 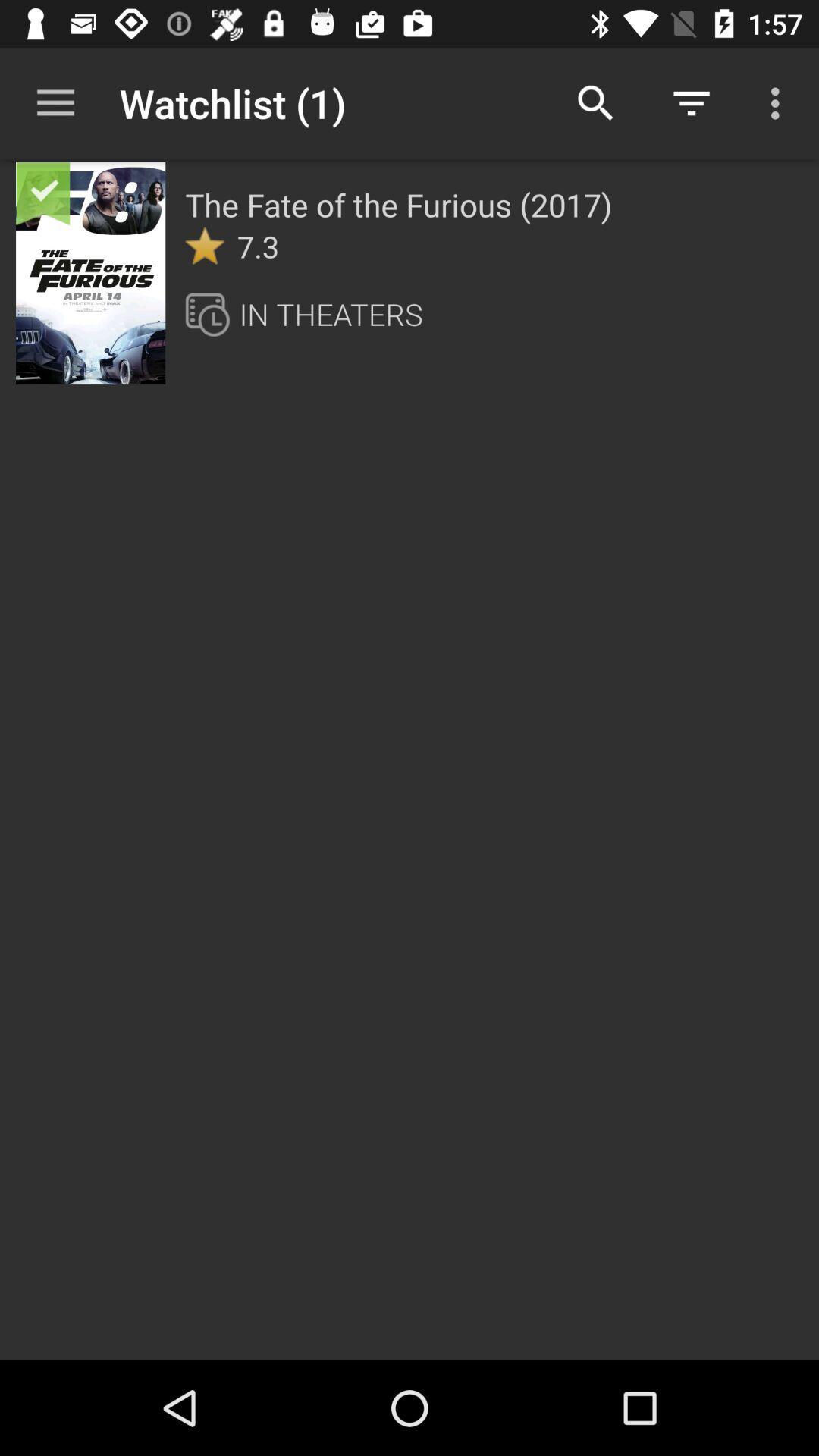 What do you see at coordinates (595, 102) in the screenshot?
I see `item next to watchlist (1) icon` at bounding box center [595, 102].